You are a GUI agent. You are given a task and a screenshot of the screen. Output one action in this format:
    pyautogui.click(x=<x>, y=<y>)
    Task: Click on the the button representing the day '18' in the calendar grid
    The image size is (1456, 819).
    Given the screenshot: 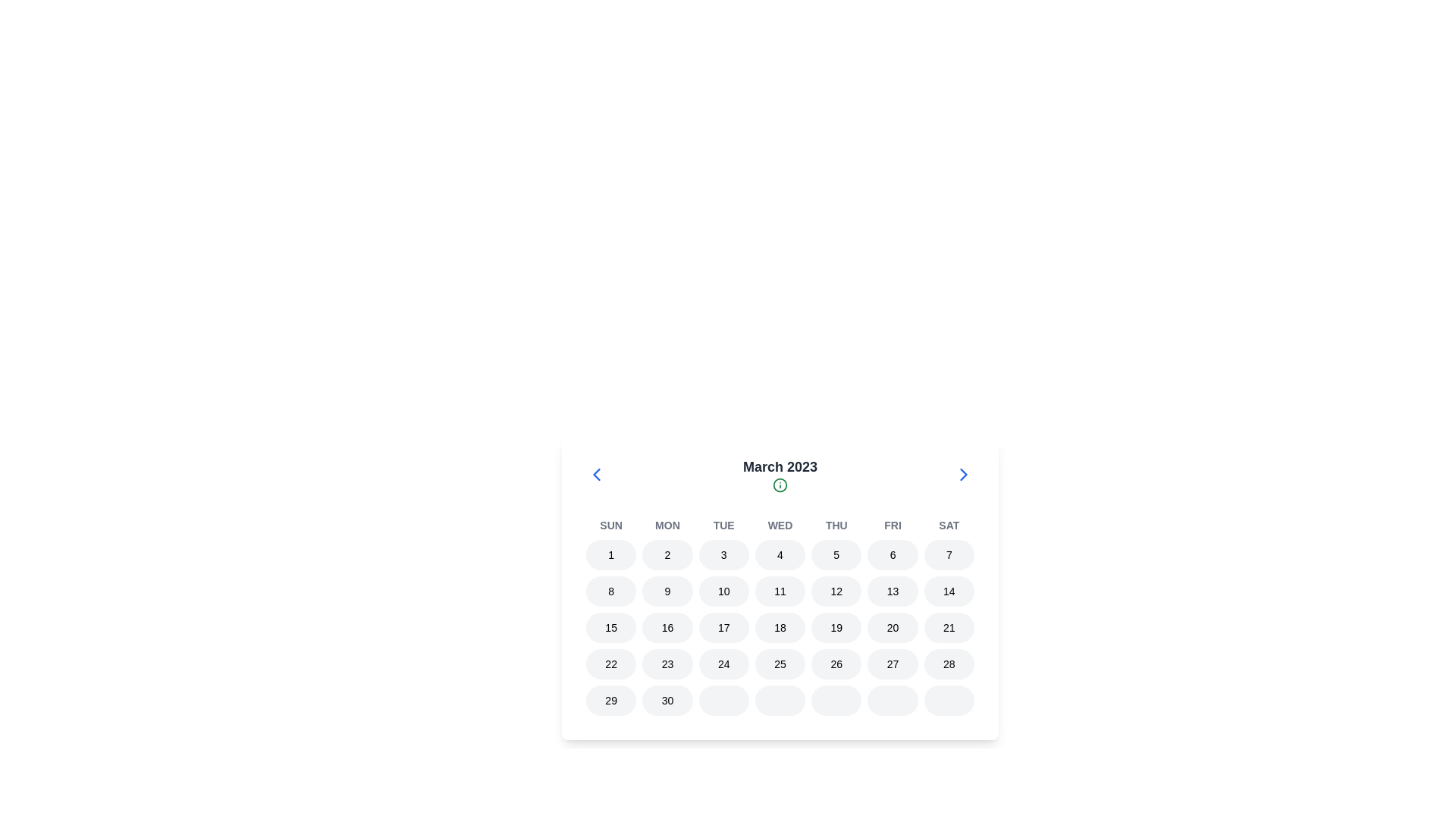 What is the action you would take?
    pyautogui.click(x=780, y=628)
    